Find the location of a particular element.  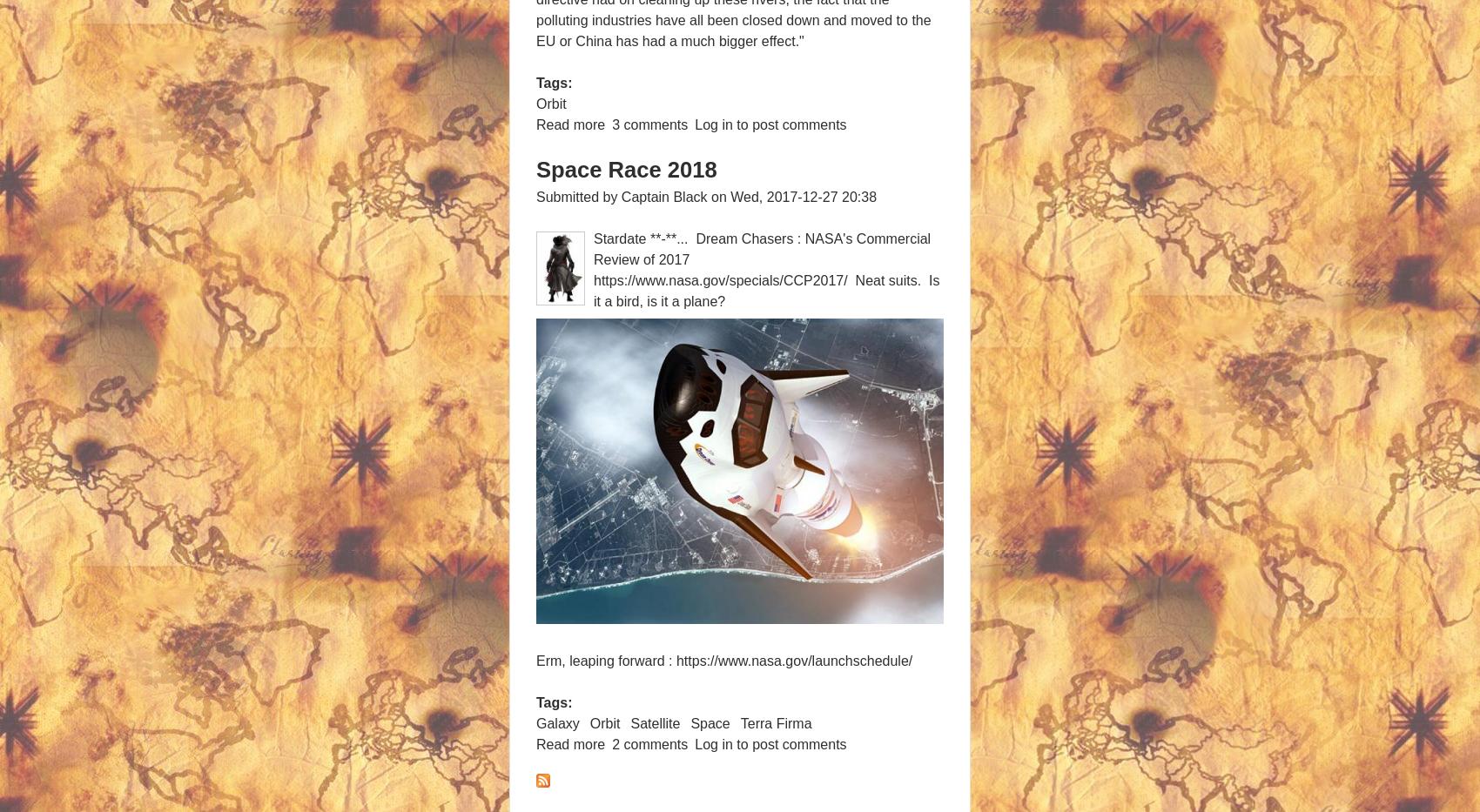

'Wed, 2017-12-27 20:38' is located at coordinates (803, 195).